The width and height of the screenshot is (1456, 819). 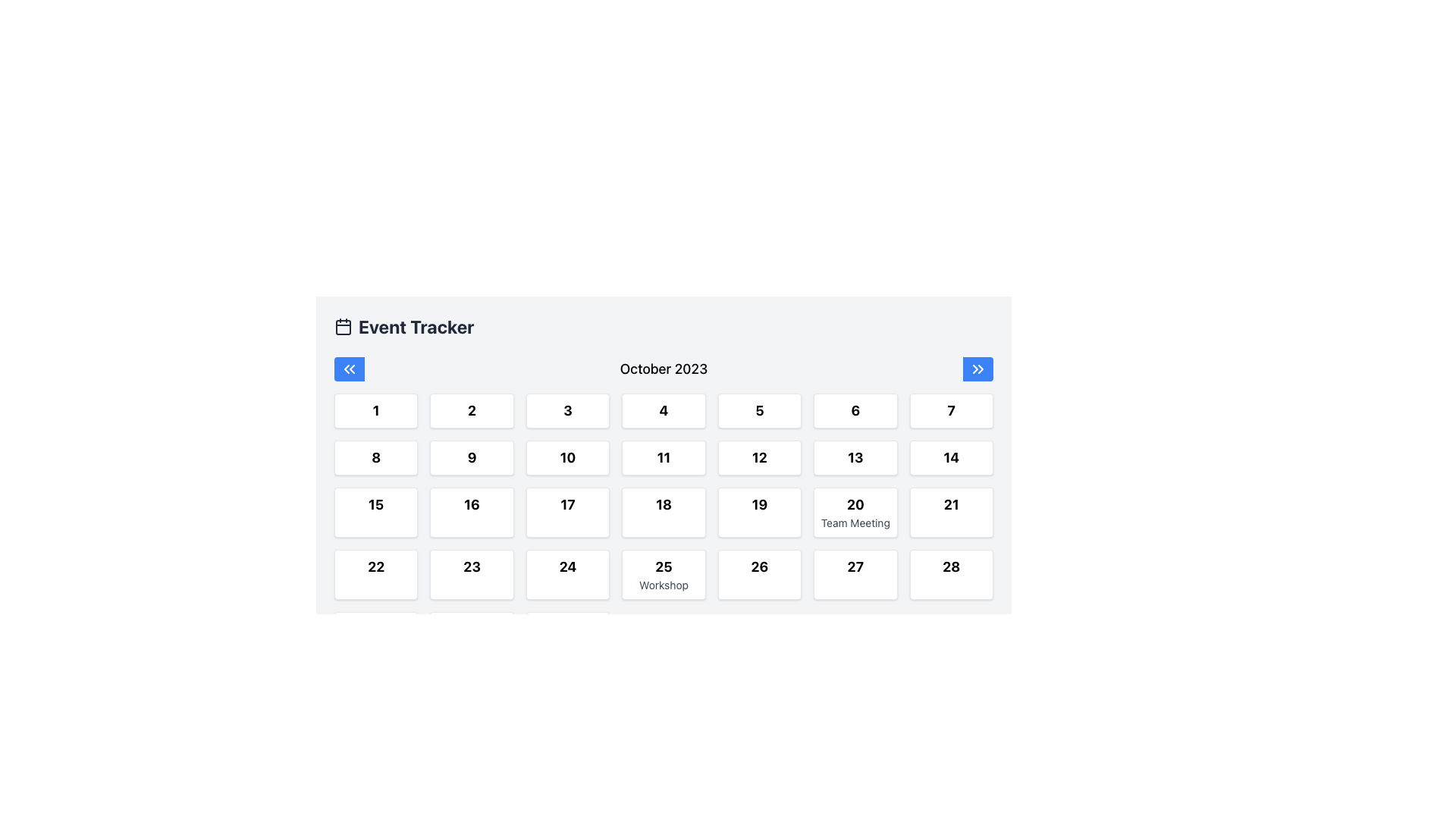 I want to click on the bold, large-sized numeral '23' displayed in black, which is centrally aligned in a white, rounded rectangle within the 'Event Tracker' interface, so click(x=471, y=567).